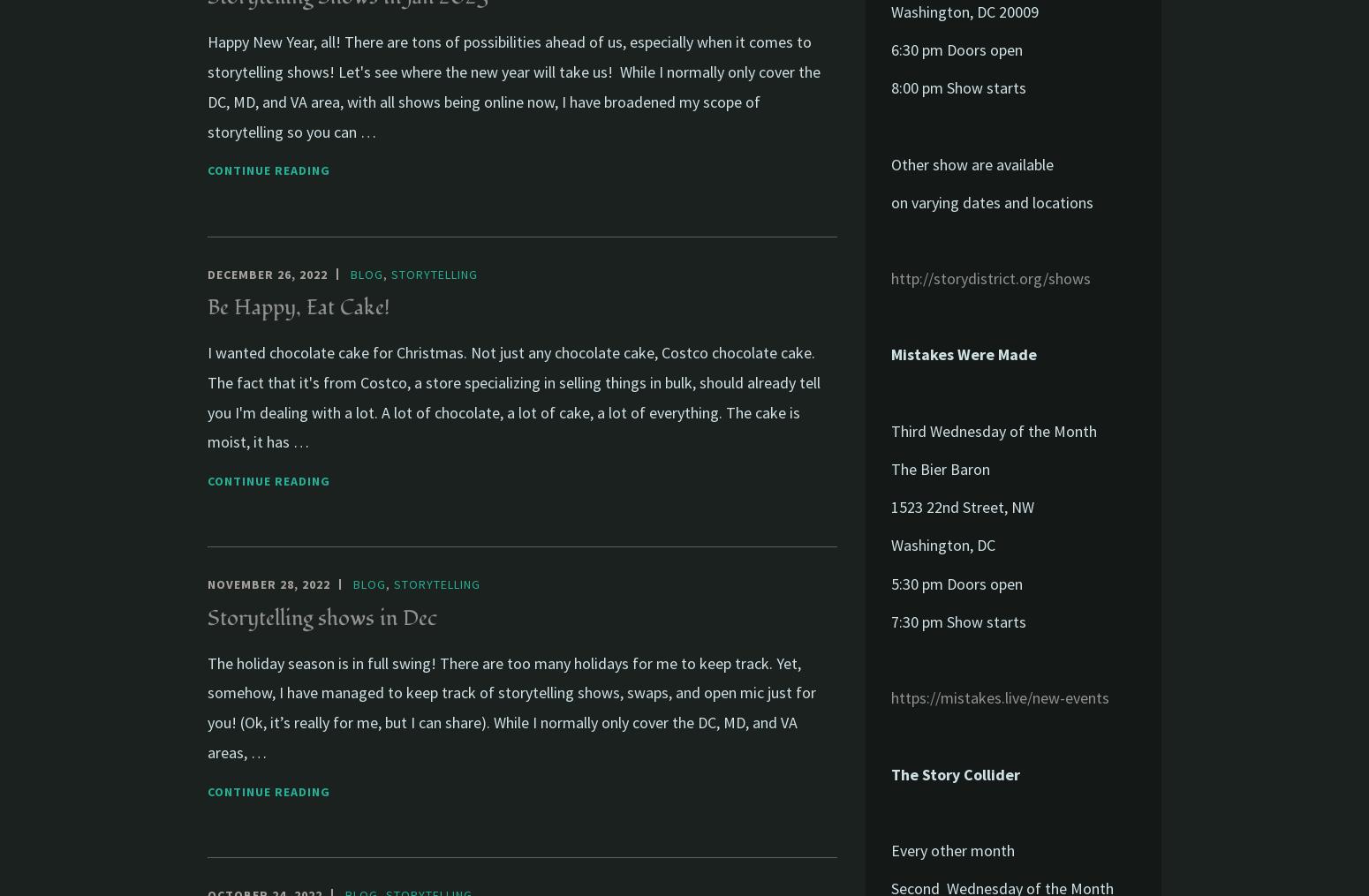 The width and height of the screenshot is (1369, 896). What do you see at coordinates (207, 272) in the screenshot?
I see `'December 26, 2022'` at bounding box center [207, 272].